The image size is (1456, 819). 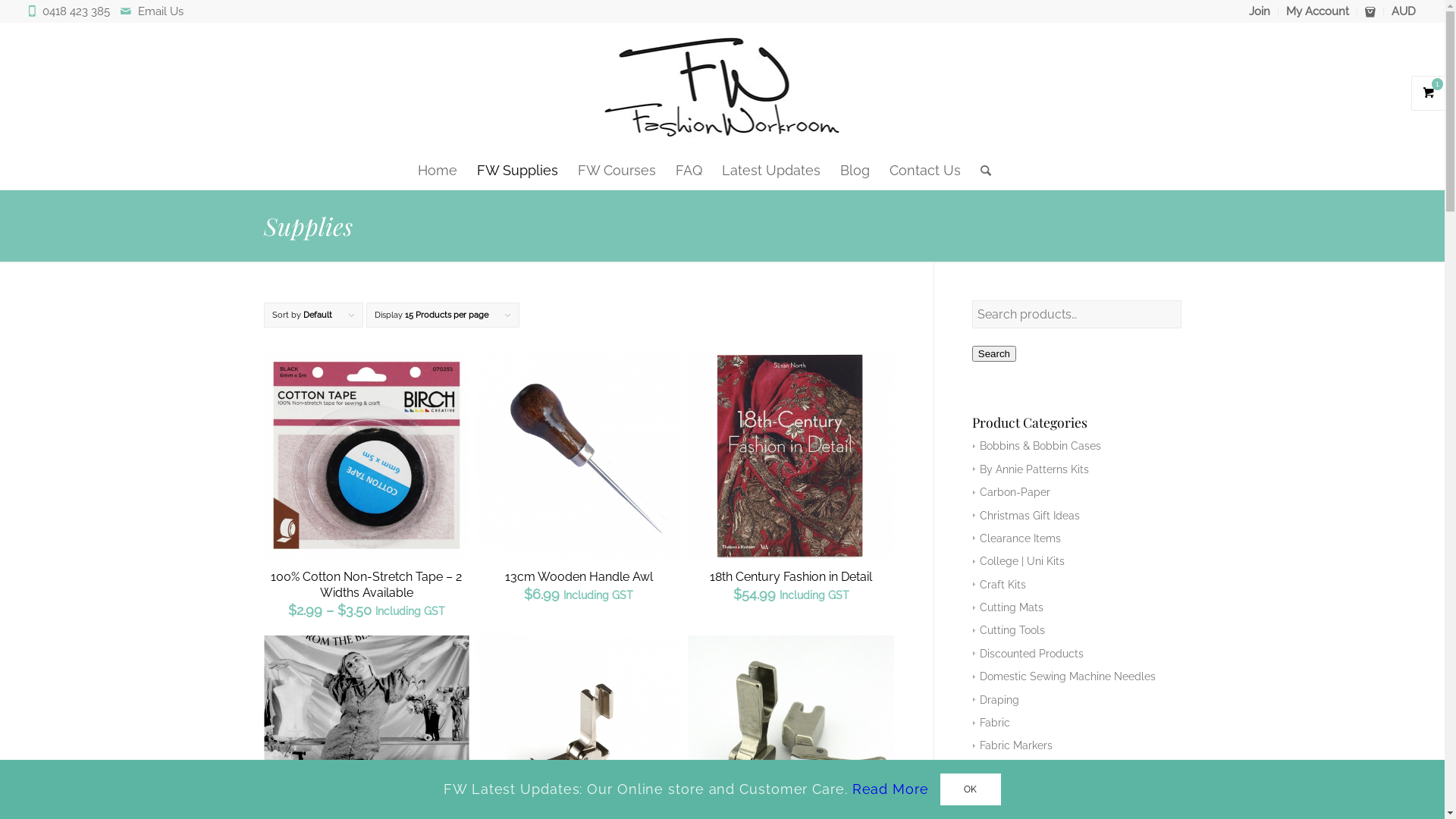 What do you see at coordinates (160, 11) in the screenshot?
I see `'Email Us'` at bounding box center [160, 11].